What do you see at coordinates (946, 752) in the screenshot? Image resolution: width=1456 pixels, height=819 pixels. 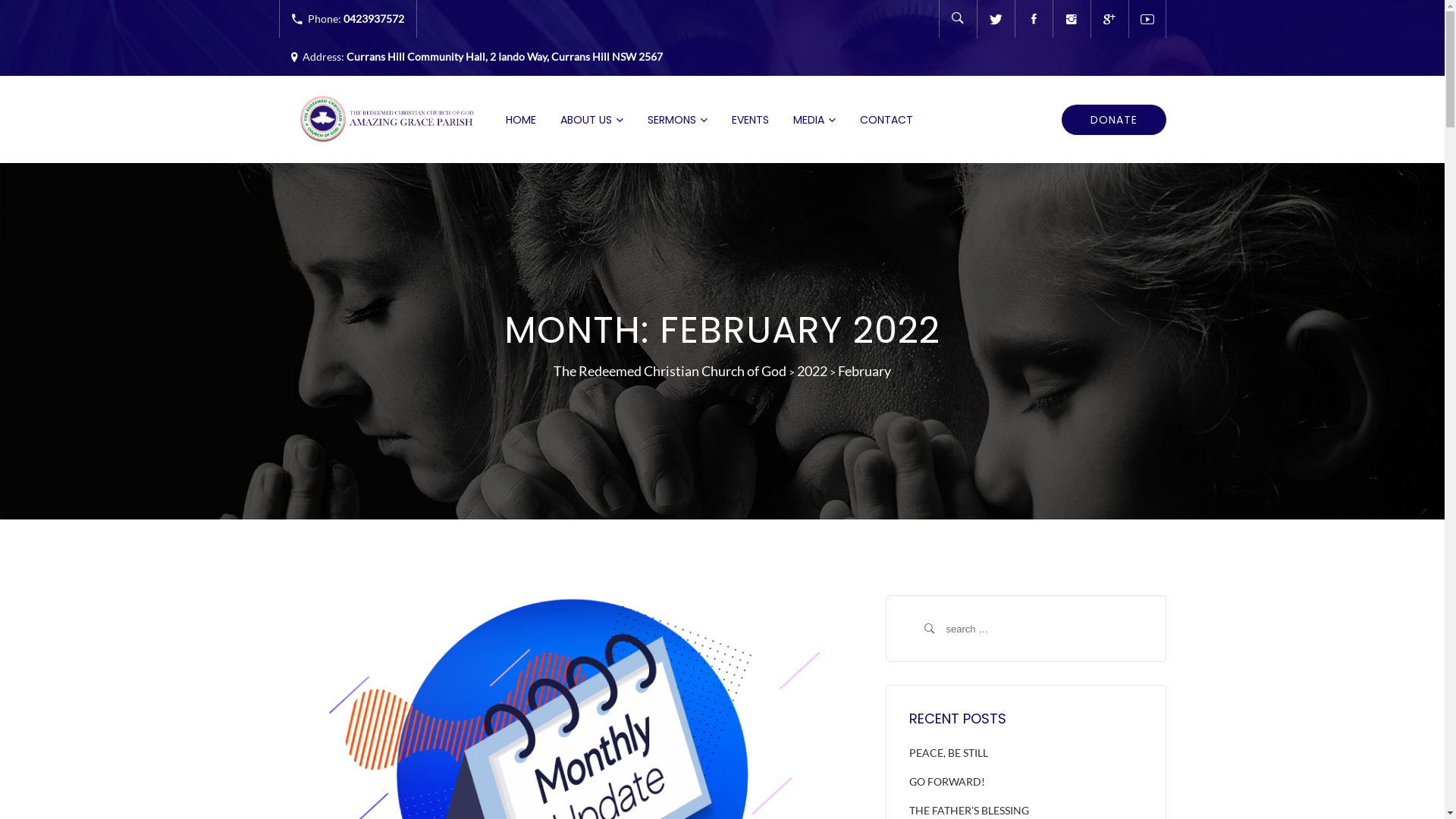 I see `'PEACE, BE STILL'` at bounding box center [946, 752].